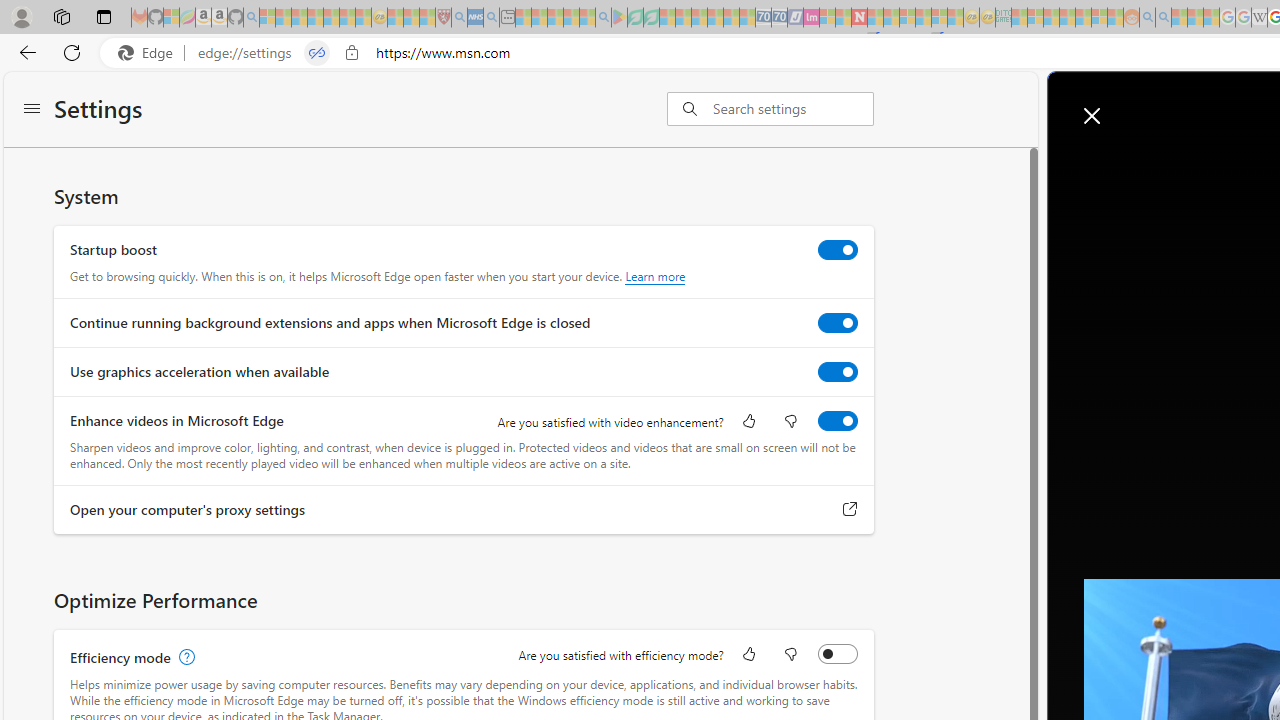 The image size is (1280, 720). What do you see at coordinates (634, 17) in the screenshot?
I see `'Terms of Use Agreement - Sleeping'` at bounding box center [634, 17].